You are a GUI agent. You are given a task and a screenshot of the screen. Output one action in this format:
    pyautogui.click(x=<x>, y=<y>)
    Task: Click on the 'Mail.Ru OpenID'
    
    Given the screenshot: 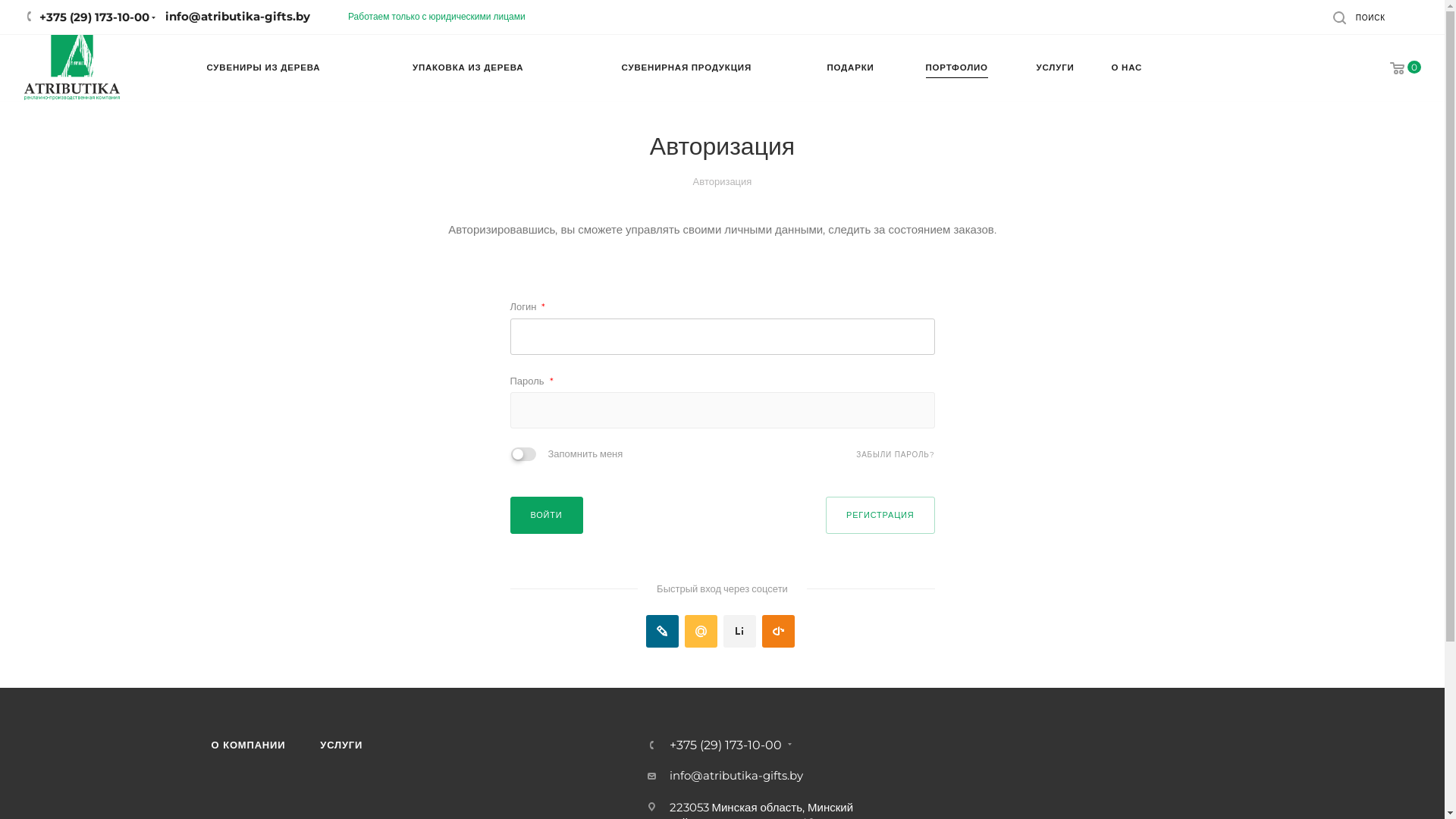 What is the action you would take?
    pyautogui.click(x=700, y=631)
    